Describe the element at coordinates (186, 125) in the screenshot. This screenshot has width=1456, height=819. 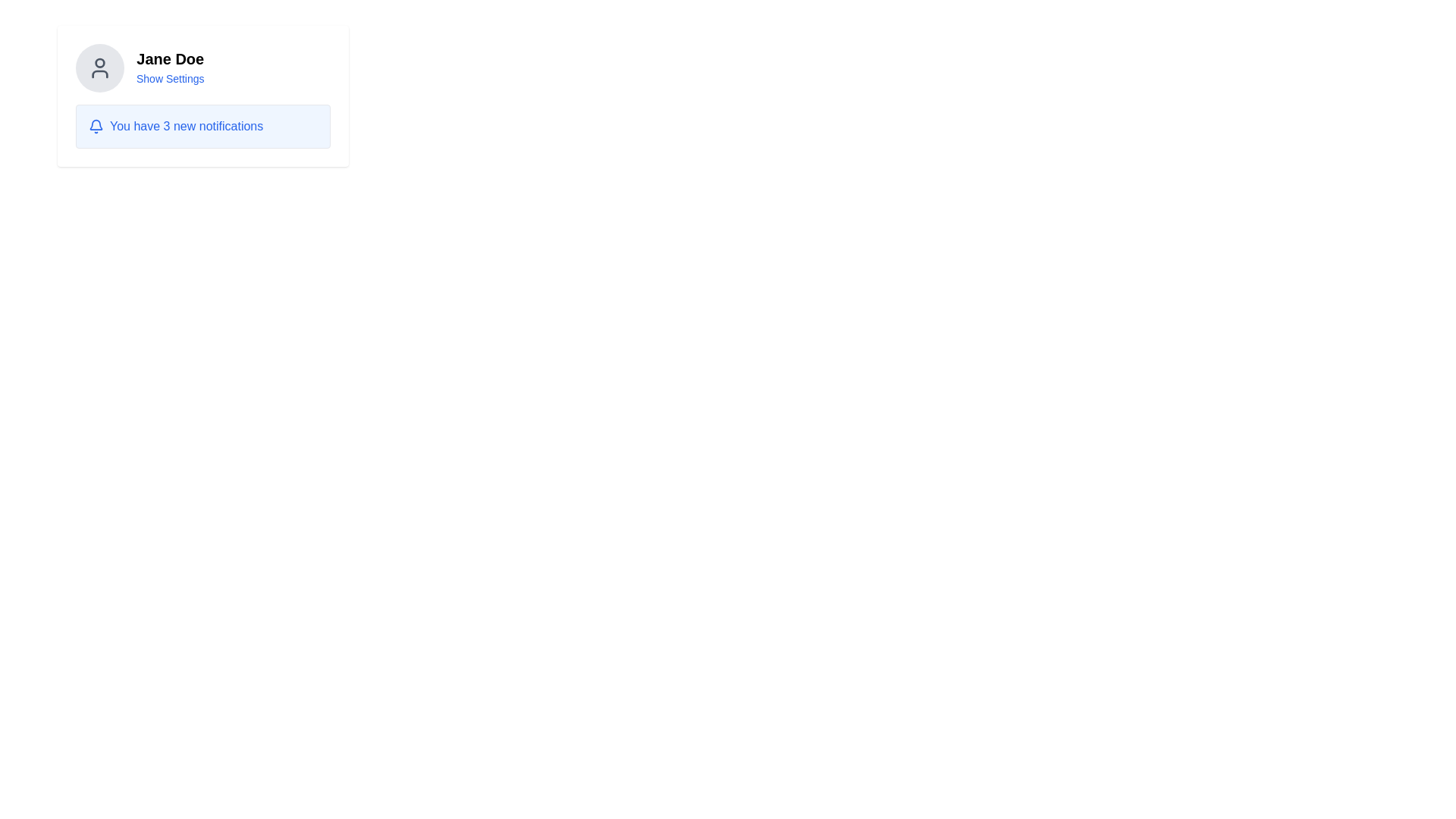
I see `the Text Label that informs users about the number of unread notifications, located to the right of the bell icon` at that location.